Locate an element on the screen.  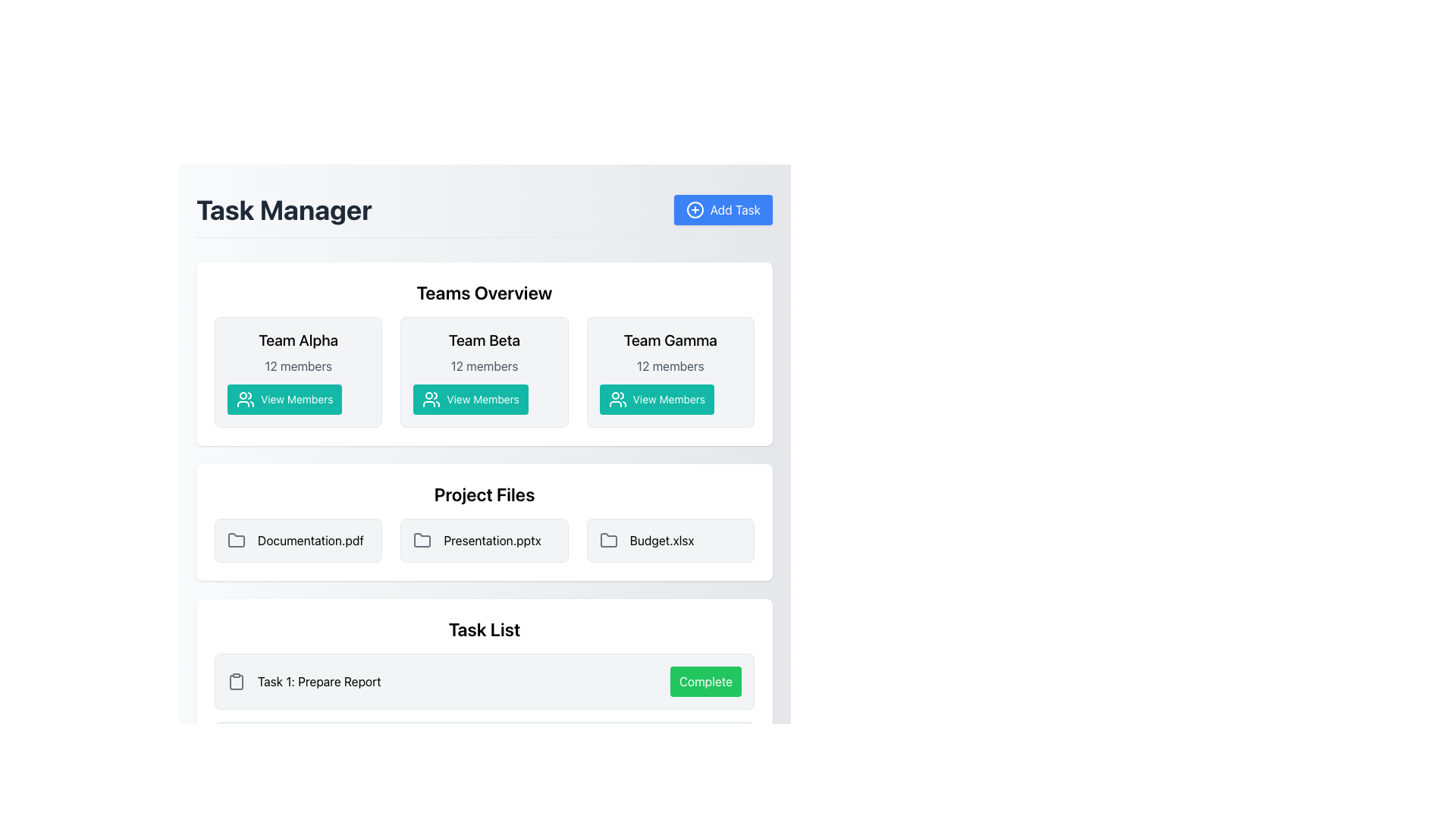
the text label displaying 'Documentation.pdf' in the 'Project Files' section to interact with it is located at coordinates (309, 540).